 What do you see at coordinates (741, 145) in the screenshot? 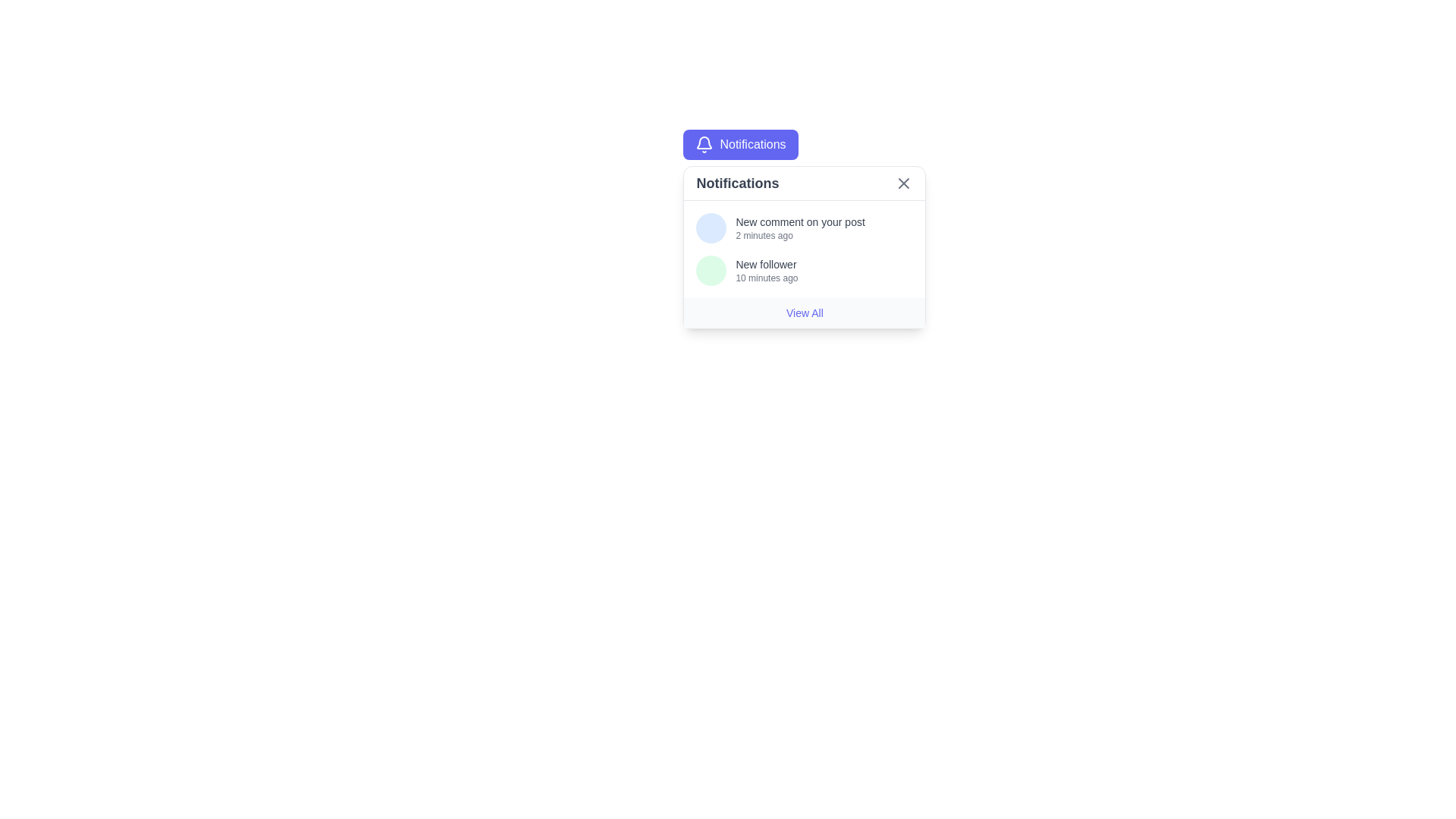
I see `the notifications button located in the upper portion of the interface` at bounding box center [741, 145].